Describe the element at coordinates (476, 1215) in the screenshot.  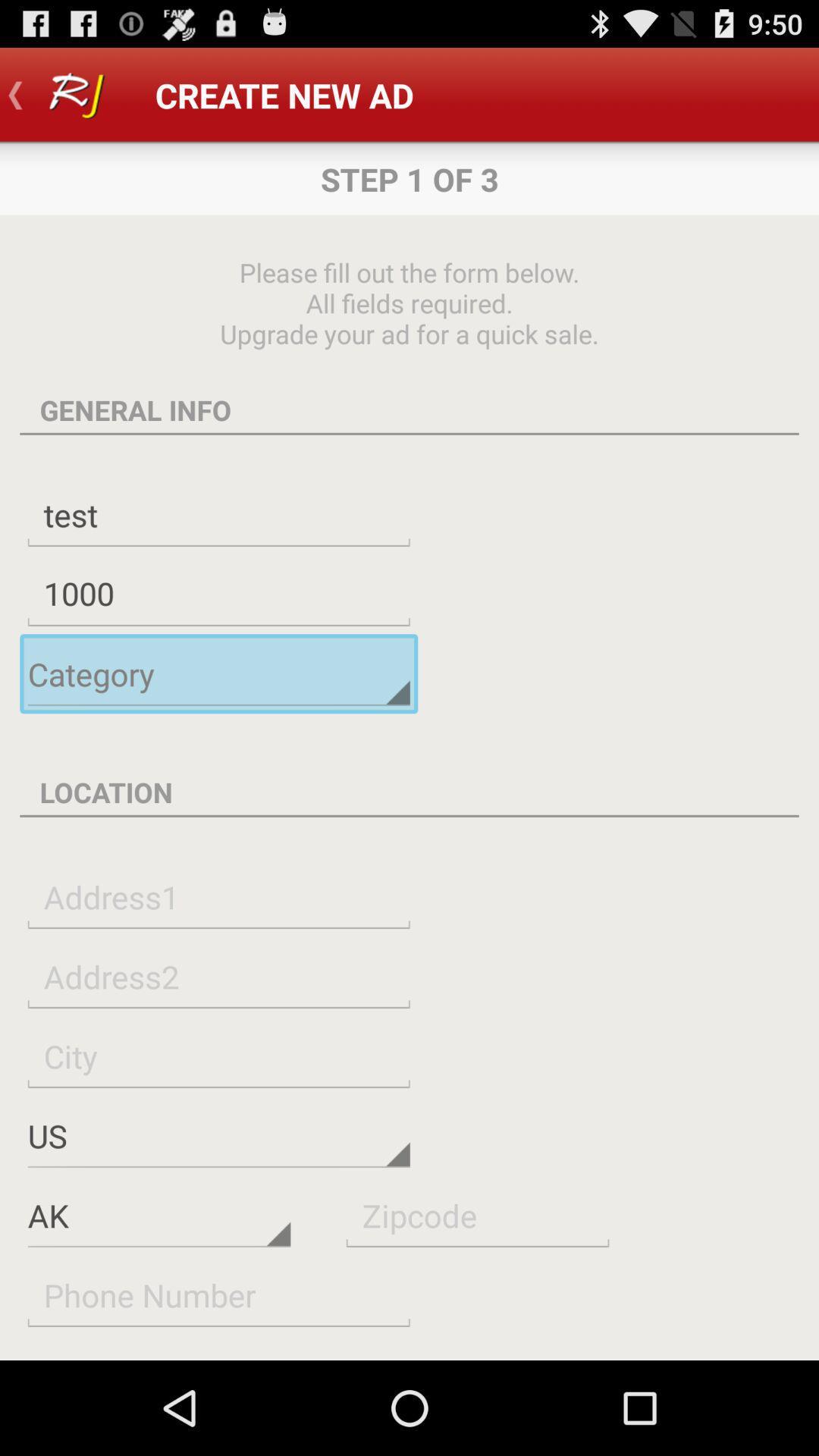
I see `put the zip code` at that location.